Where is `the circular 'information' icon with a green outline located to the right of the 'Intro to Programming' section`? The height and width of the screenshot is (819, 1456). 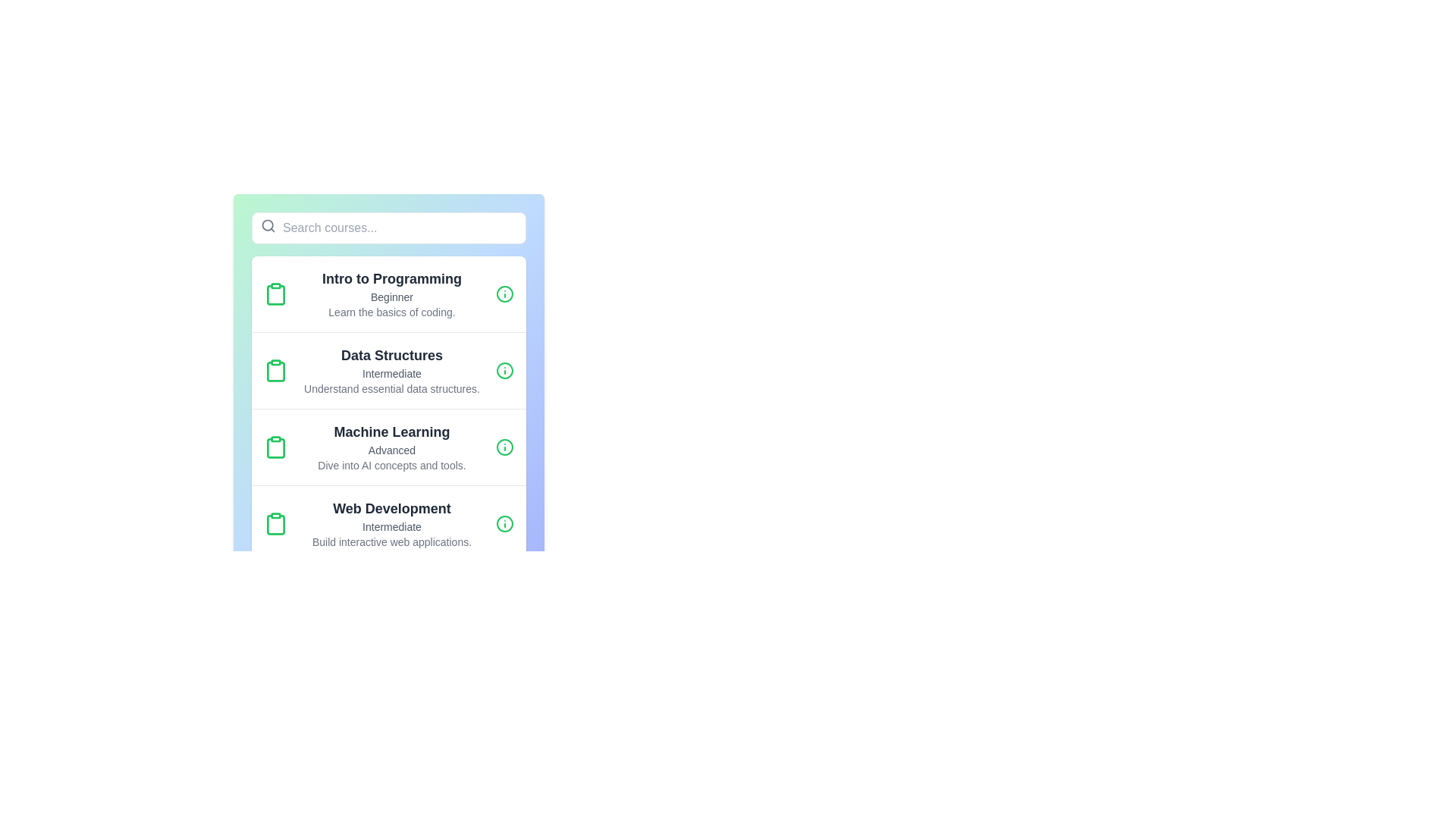
the circular 'information' icon with a green outline located to the right of the 'Intro to Programming' section is located at coordinates (505, 294).